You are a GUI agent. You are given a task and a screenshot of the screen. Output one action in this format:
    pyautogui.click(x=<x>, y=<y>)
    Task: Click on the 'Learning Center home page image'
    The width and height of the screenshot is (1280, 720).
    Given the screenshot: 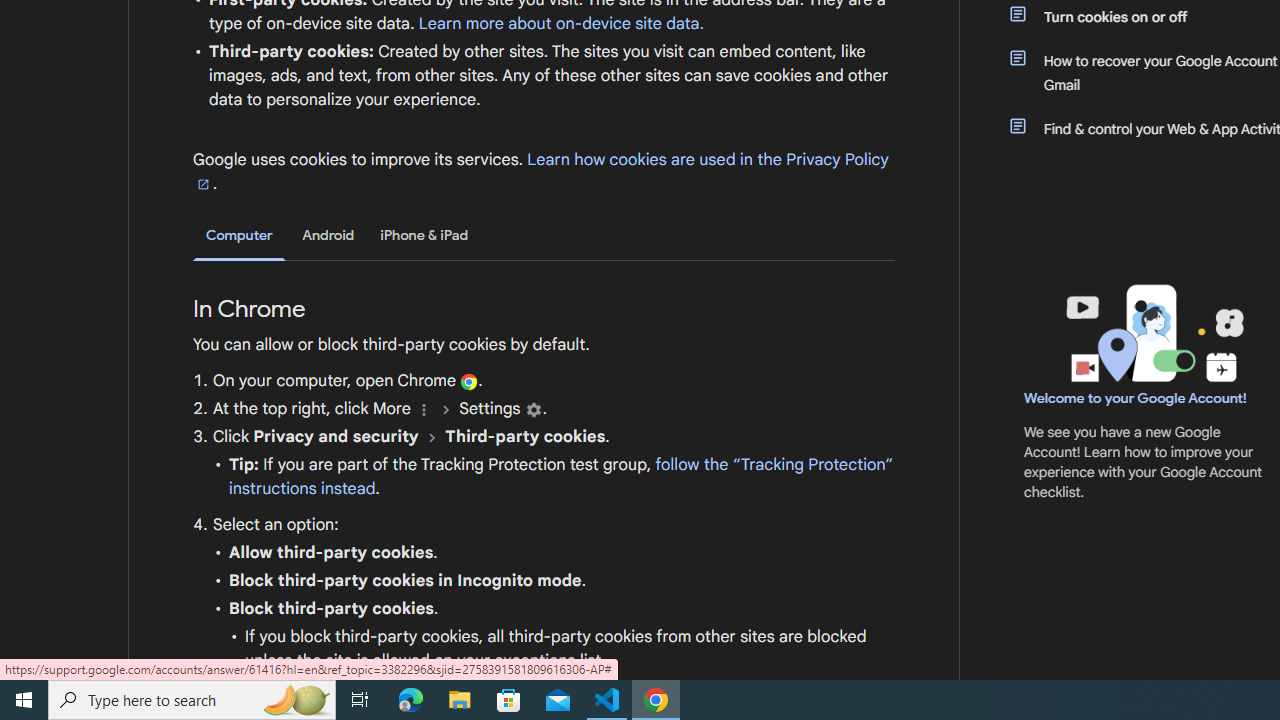 What is the action you would take?
    pyautogui.click(x=1152, y=332)
    